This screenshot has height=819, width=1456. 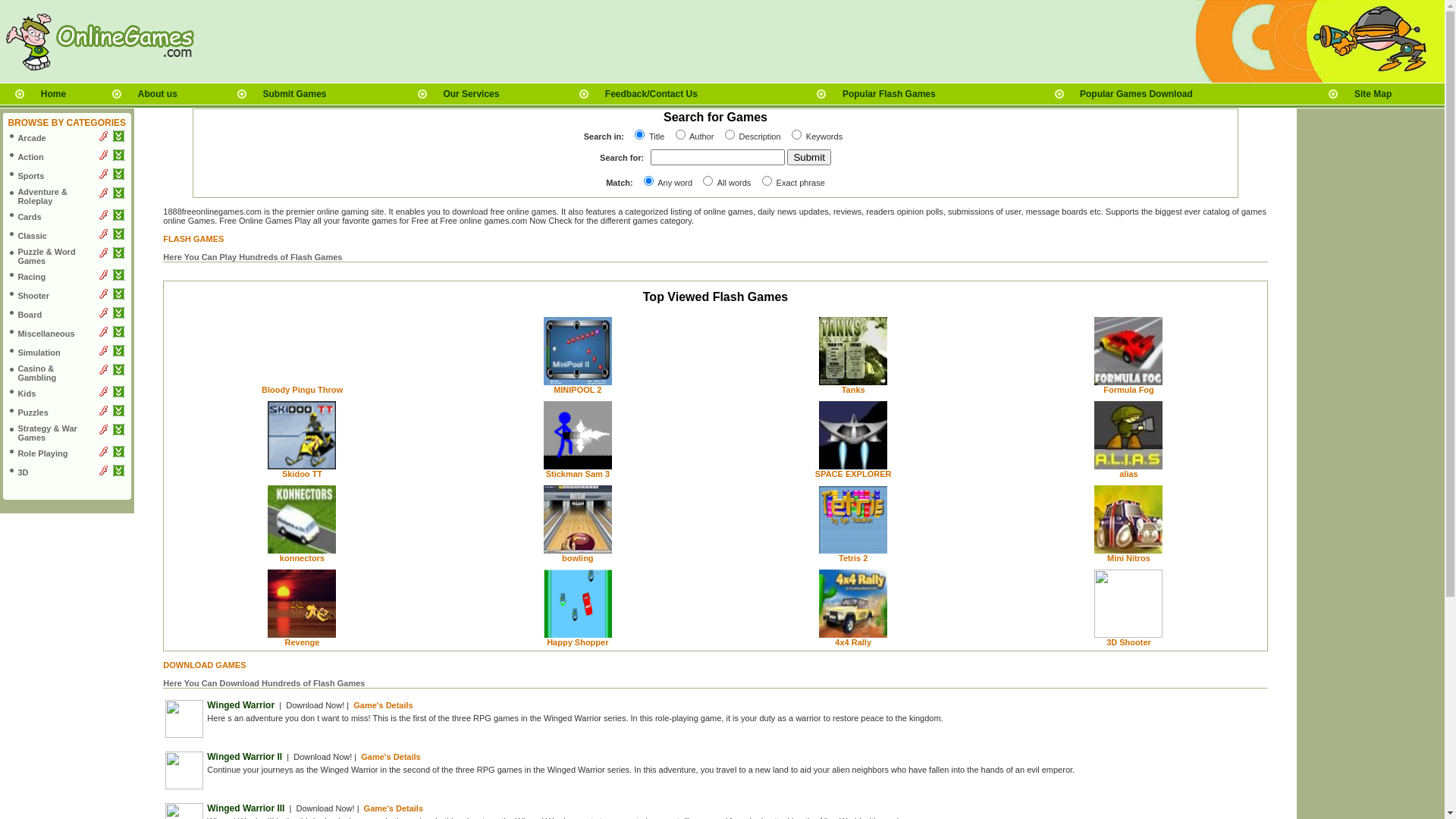 I want to click on 'Bloody Pingu Throw', so click(x=302, y=388).